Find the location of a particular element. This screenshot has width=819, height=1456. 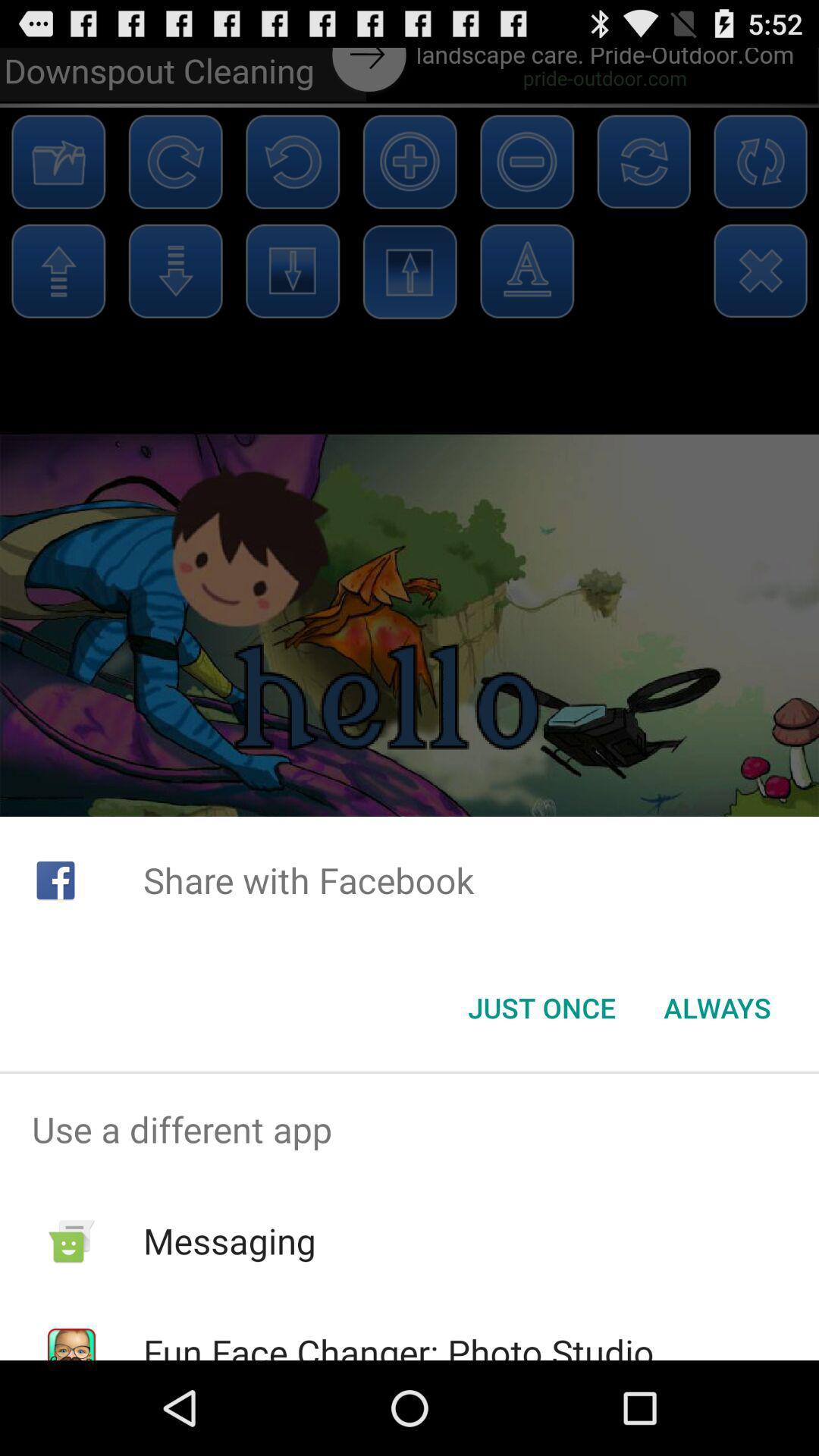

the icon next to the always button is located at coordinates (541, 1008).